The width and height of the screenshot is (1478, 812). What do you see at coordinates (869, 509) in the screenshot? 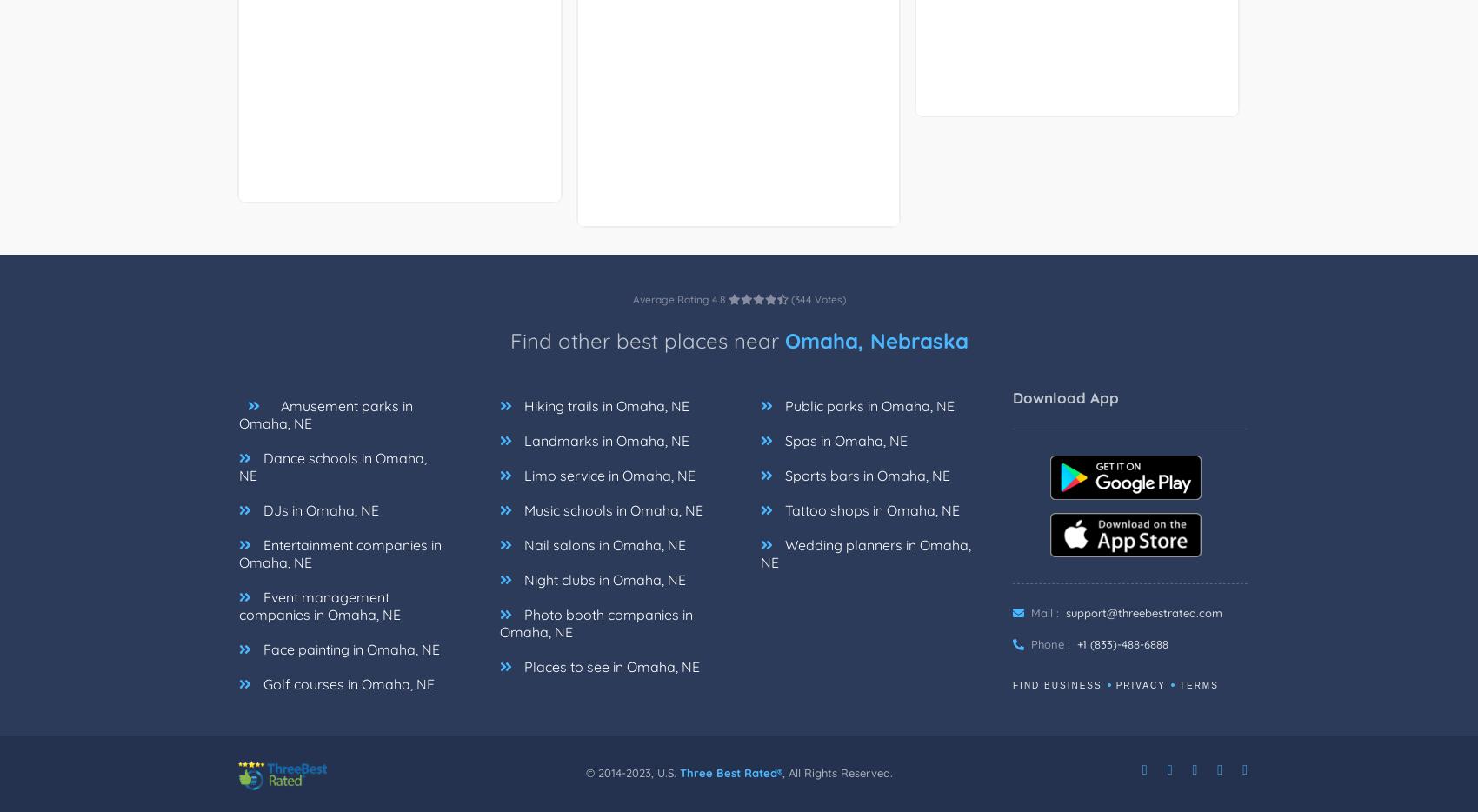
I see `'Tattoo shops in Omaha, NE'` at bounding box center [869, 509].